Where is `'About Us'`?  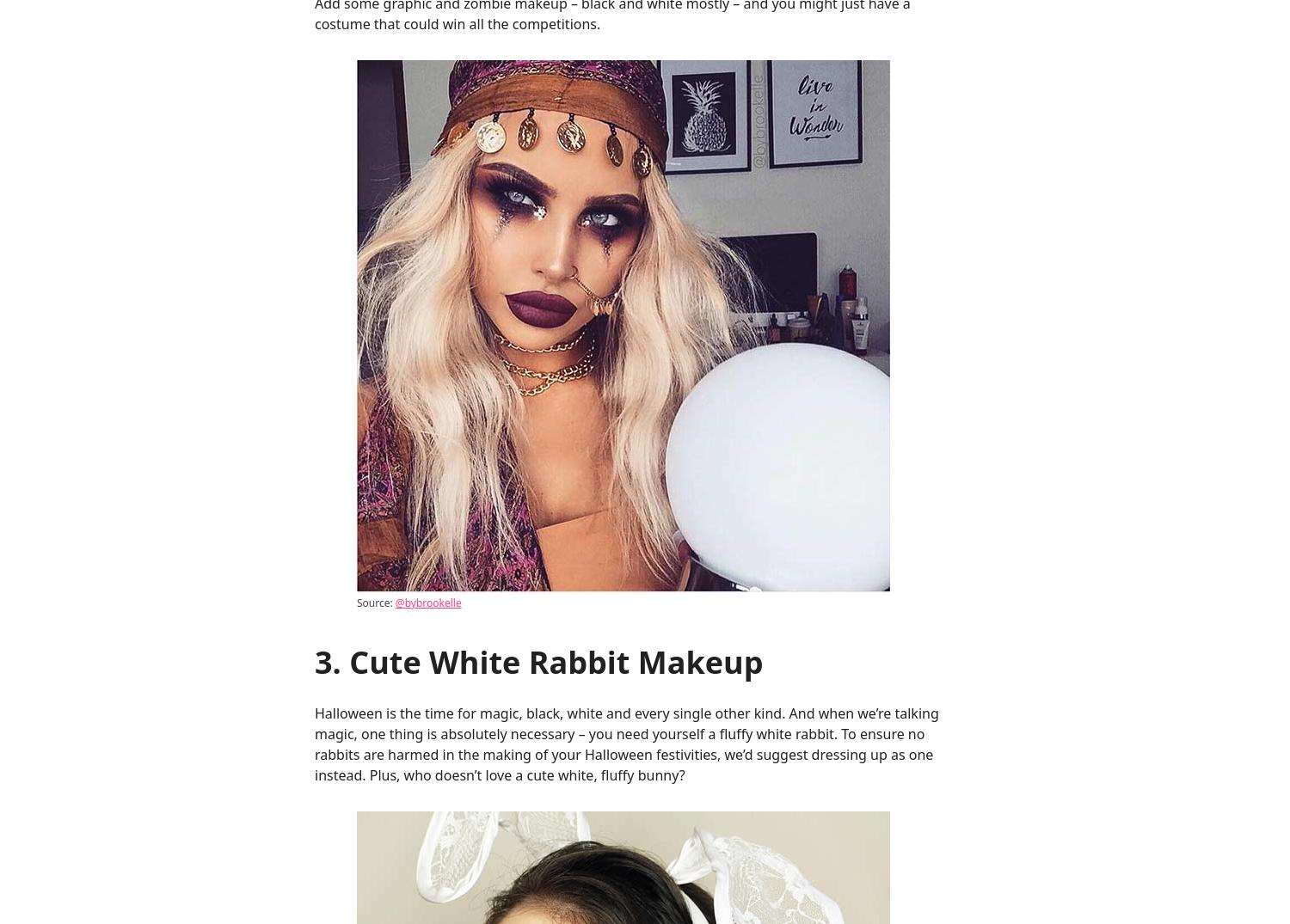
'About Us' is located at coordinates (822, 76).